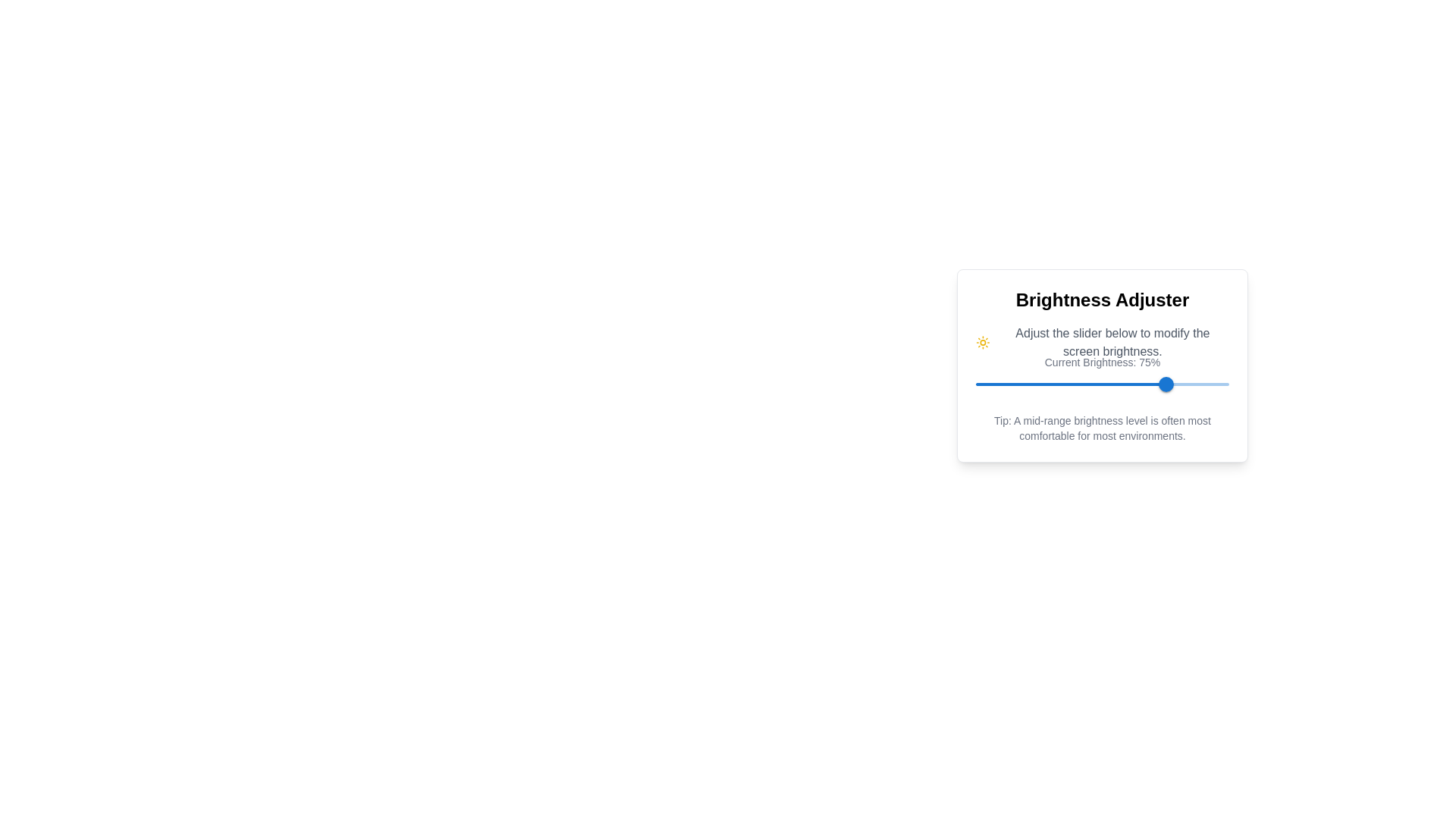 The width and height of the screenshot is (1456, 819). What do you see at coordinates (1069, 383) in the screenshot?
I see `brightness` at bounding box center [1069, 383].